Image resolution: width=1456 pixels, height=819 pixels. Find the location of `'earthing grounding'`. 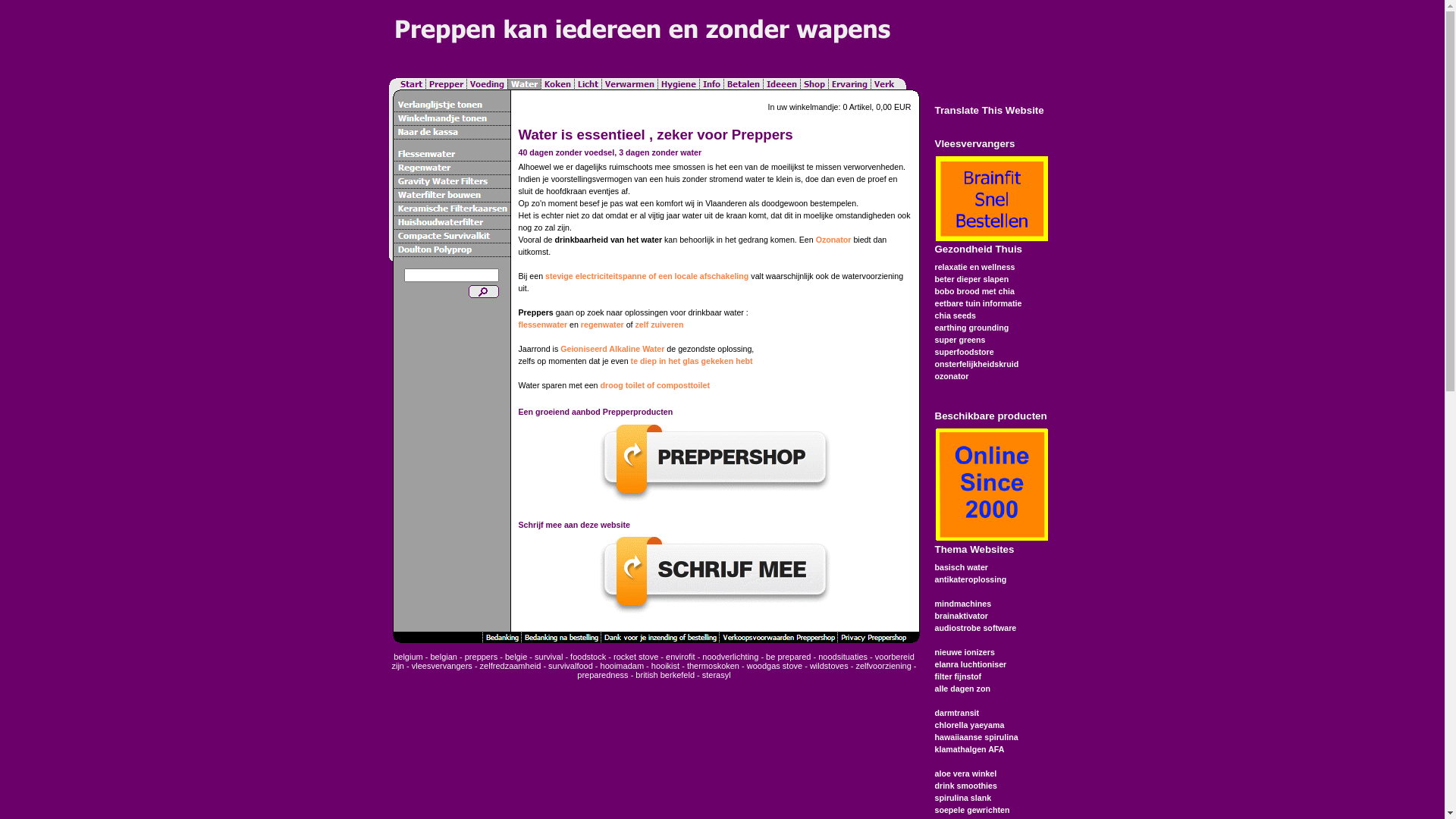

'earthing grounding' is located at coordinates (971, 327).